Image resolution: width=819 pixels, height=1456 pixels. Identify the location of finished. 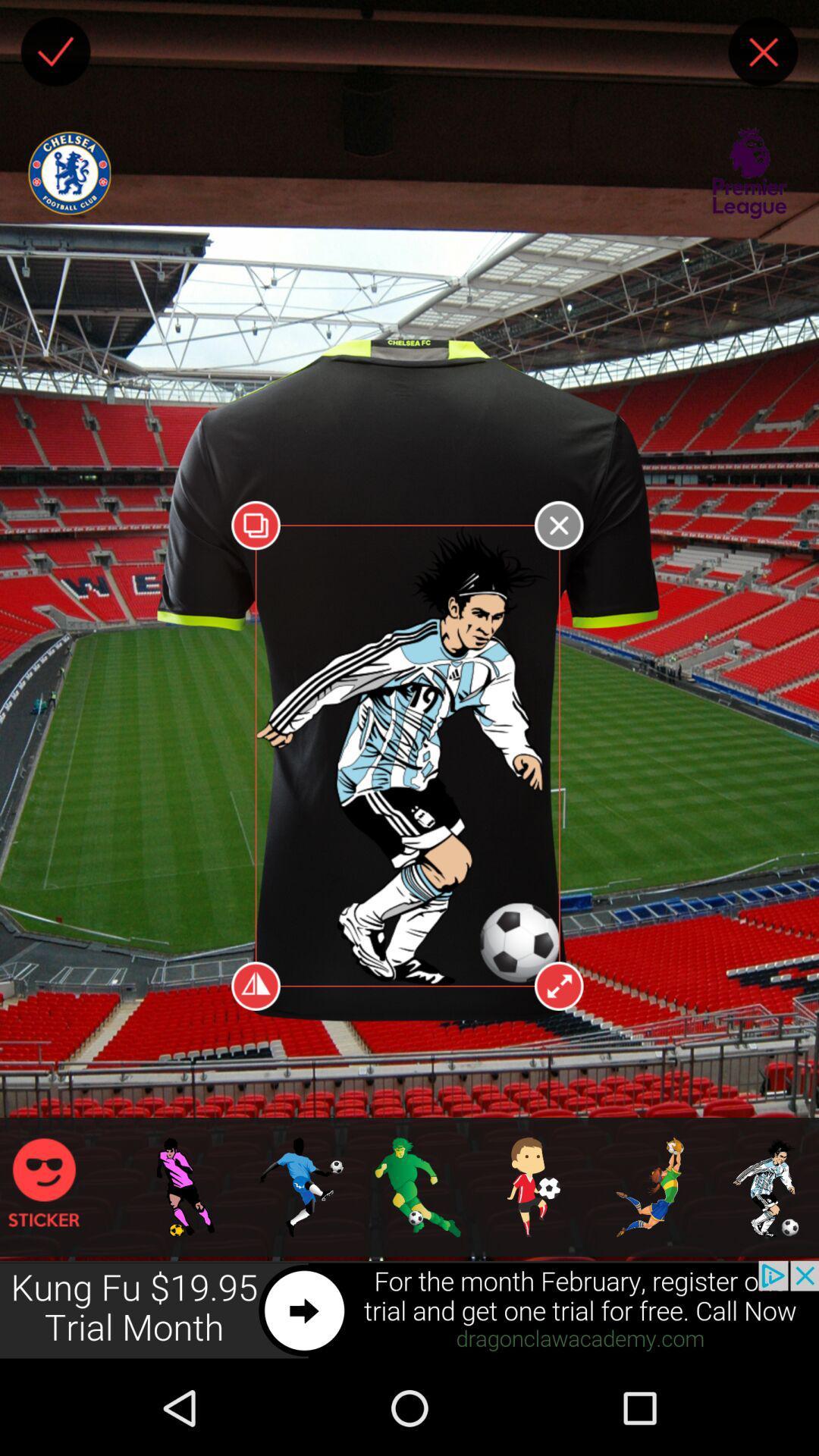
(55, 52).